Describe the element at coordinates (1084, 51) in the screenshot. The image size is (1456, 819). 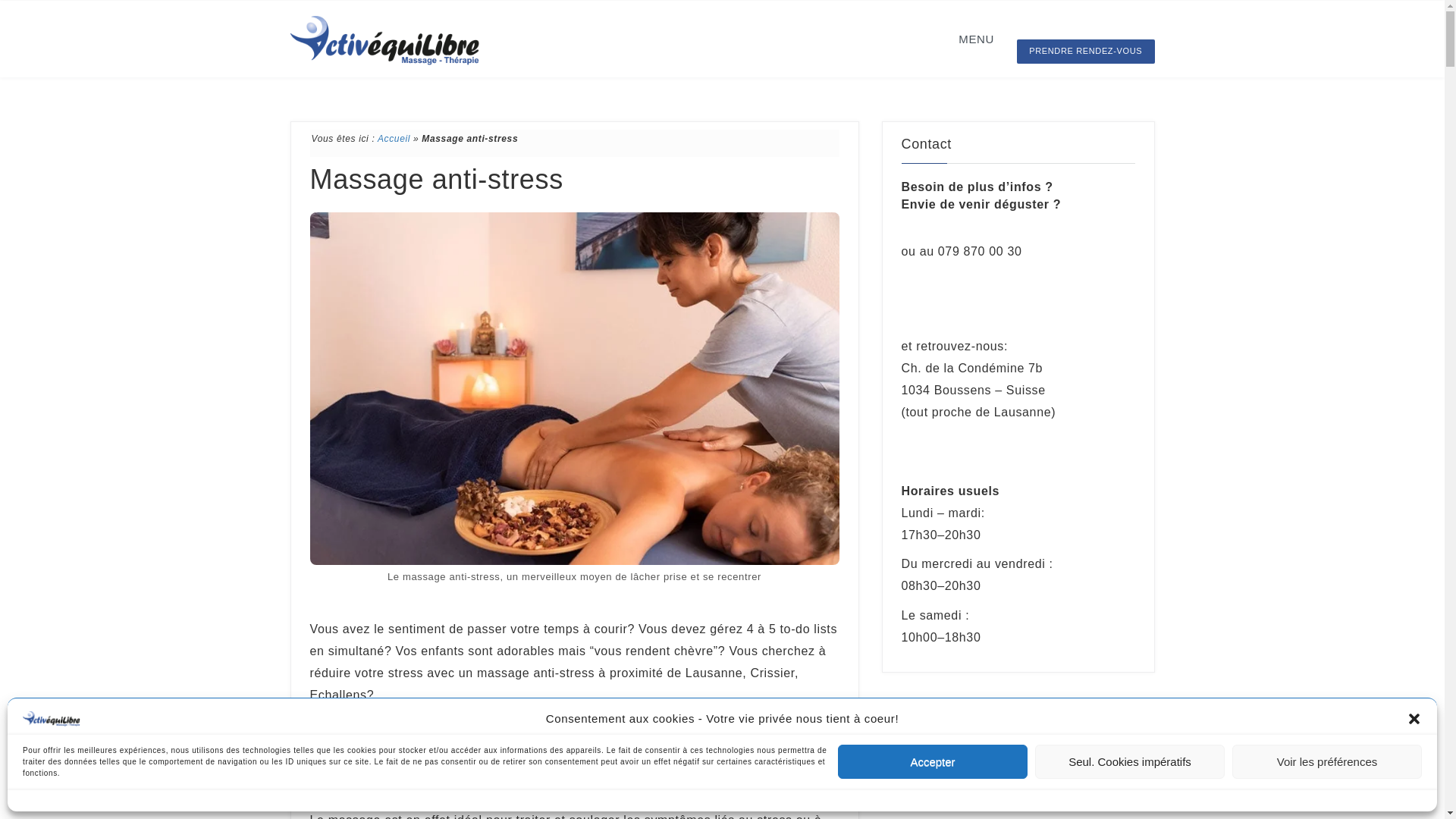
I see `'PRENDRE RENDEZ-VOUS'` at that location.